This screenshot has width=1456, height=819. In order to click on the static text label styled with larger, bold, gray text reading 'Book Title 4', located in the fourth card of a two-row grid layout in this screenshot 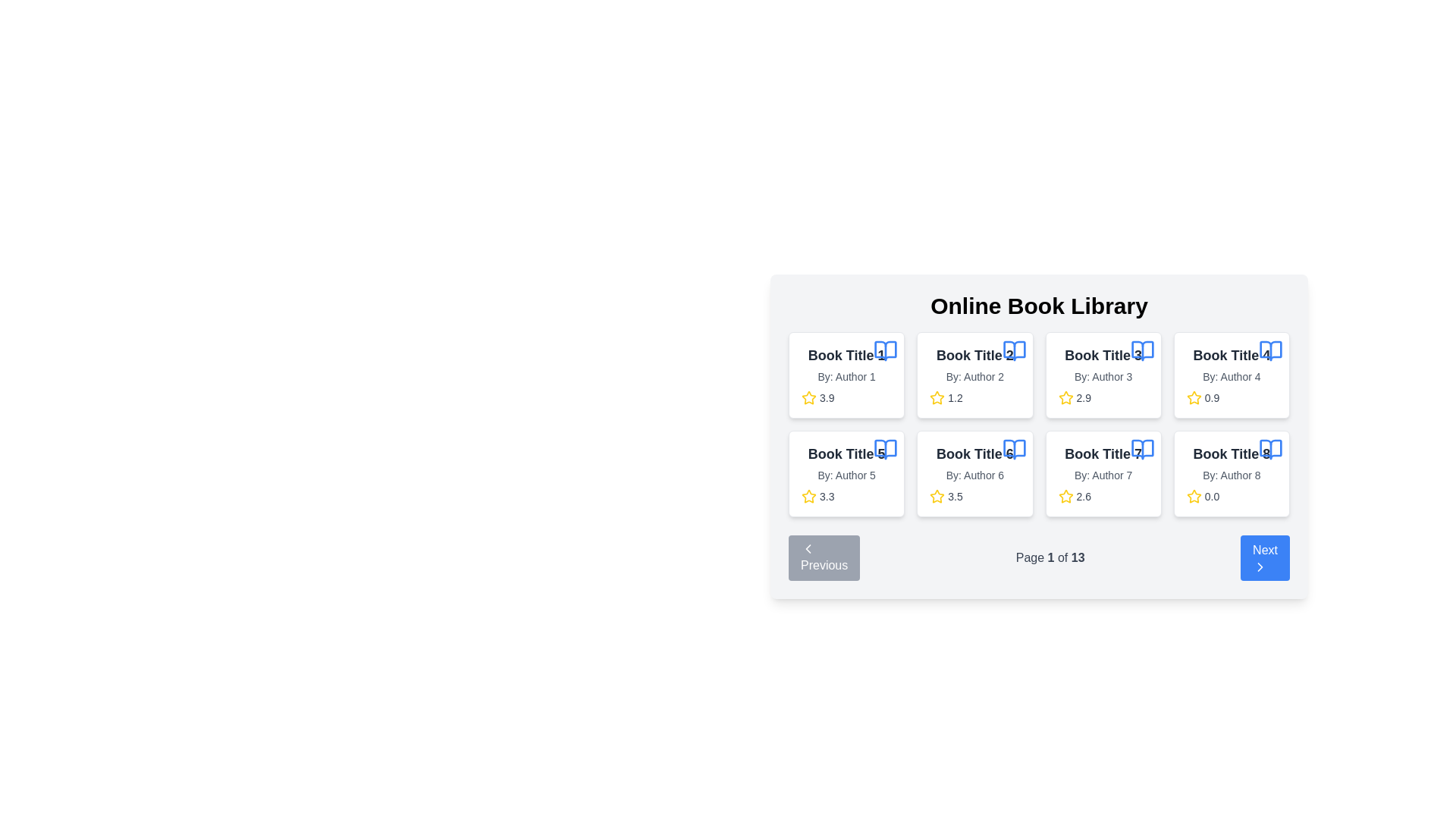, I will do `click(1232, 356)`.